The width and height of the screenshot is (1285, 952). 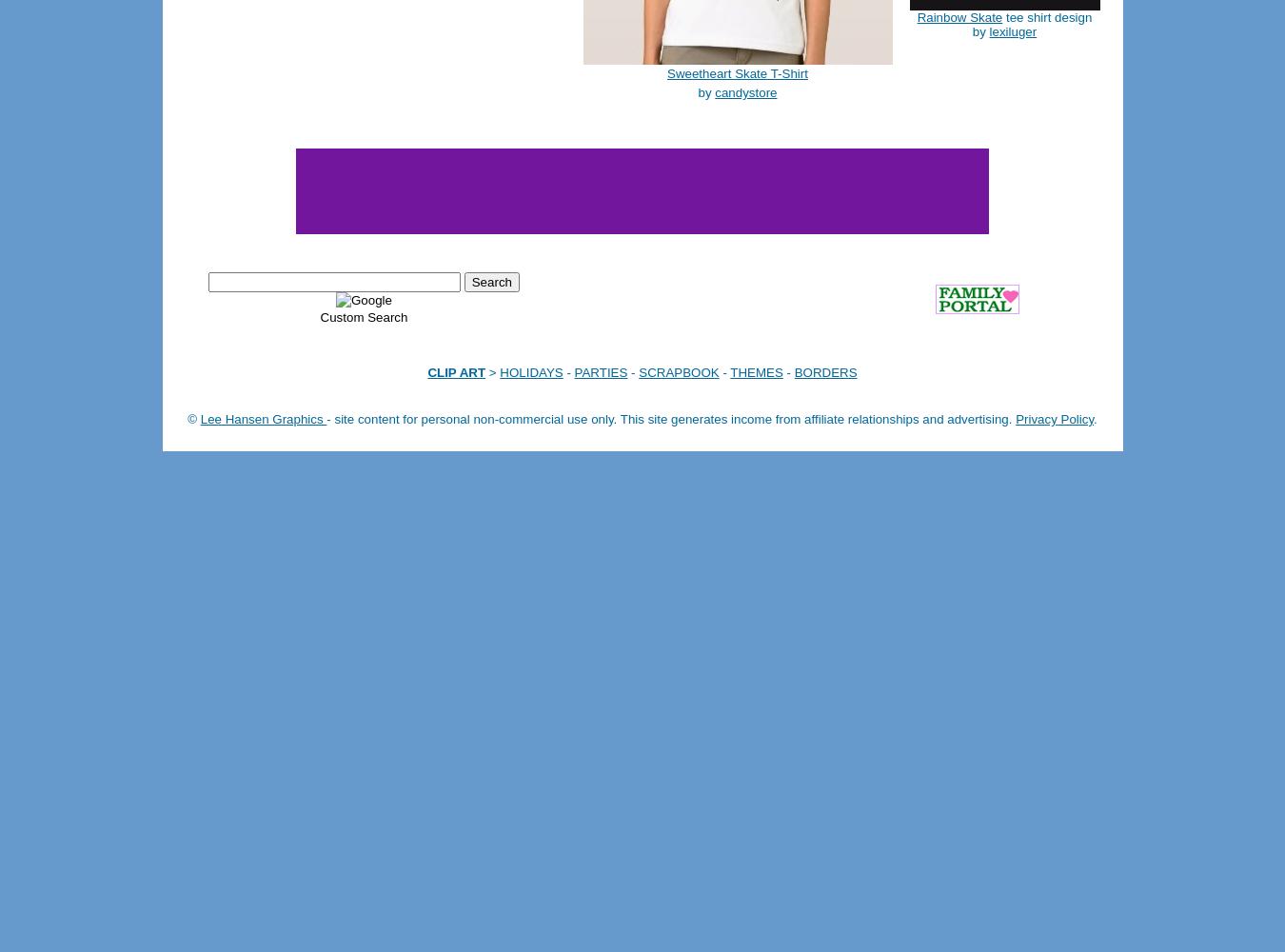 I want to click on 'THEMES', so click(x=756, y=372).